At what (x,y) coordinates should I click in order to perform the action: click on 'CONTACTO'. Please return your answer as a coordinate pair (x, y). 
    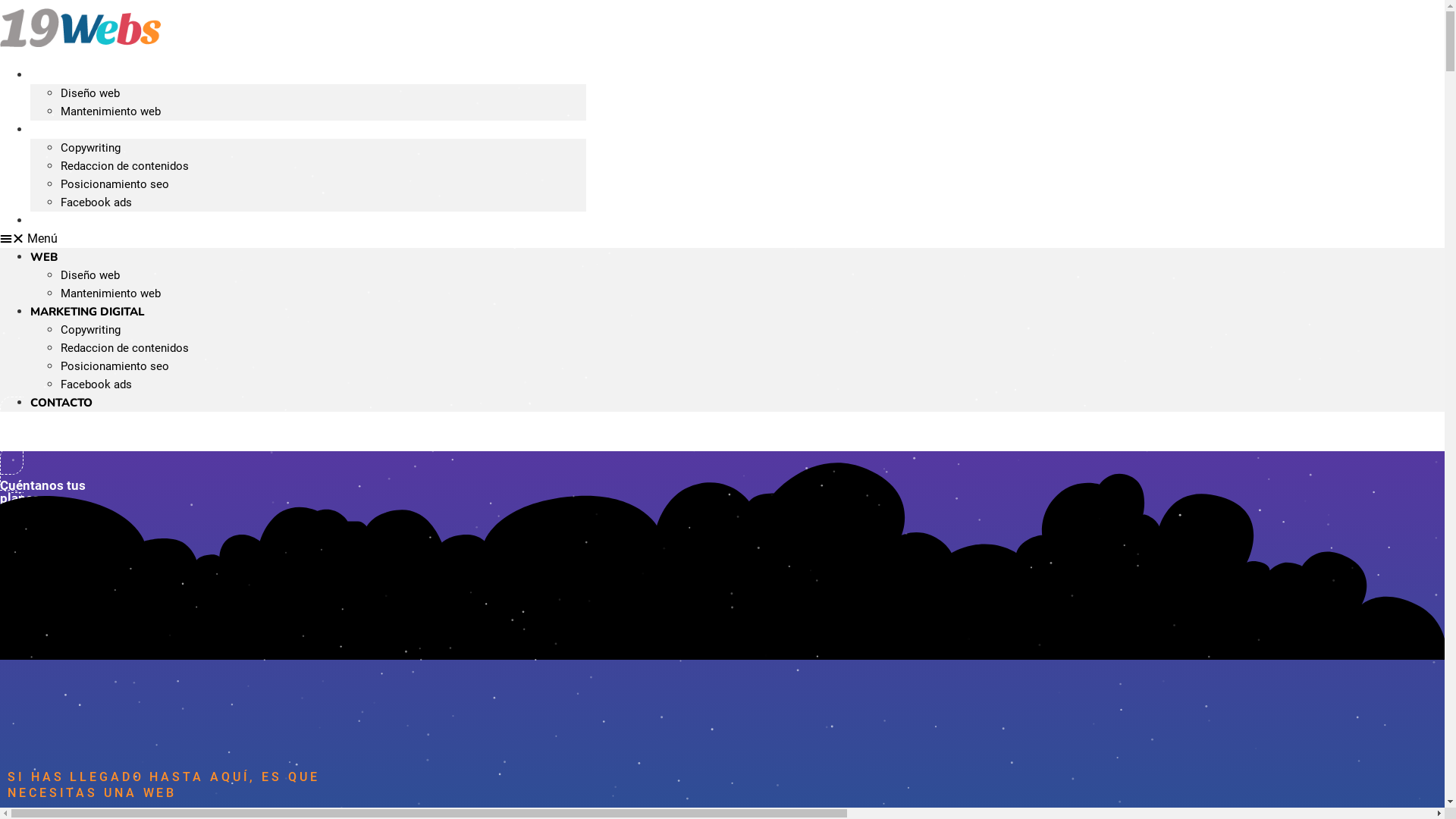
    Looking at the image, I should click on (61, 402).